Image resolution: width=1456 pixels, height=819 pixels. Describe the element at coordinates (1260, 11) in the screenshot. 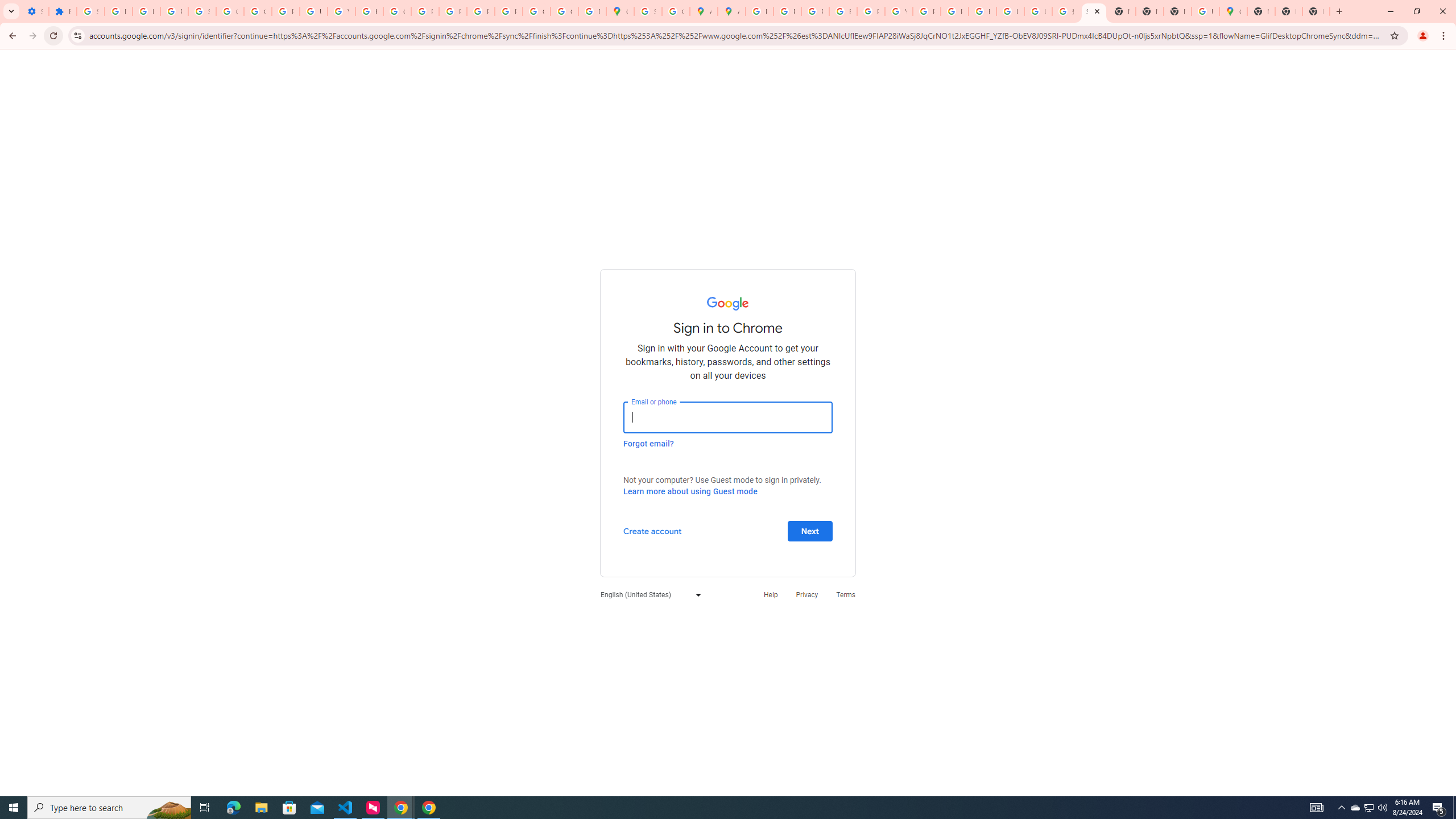

I see `'New Tab'` at that location.